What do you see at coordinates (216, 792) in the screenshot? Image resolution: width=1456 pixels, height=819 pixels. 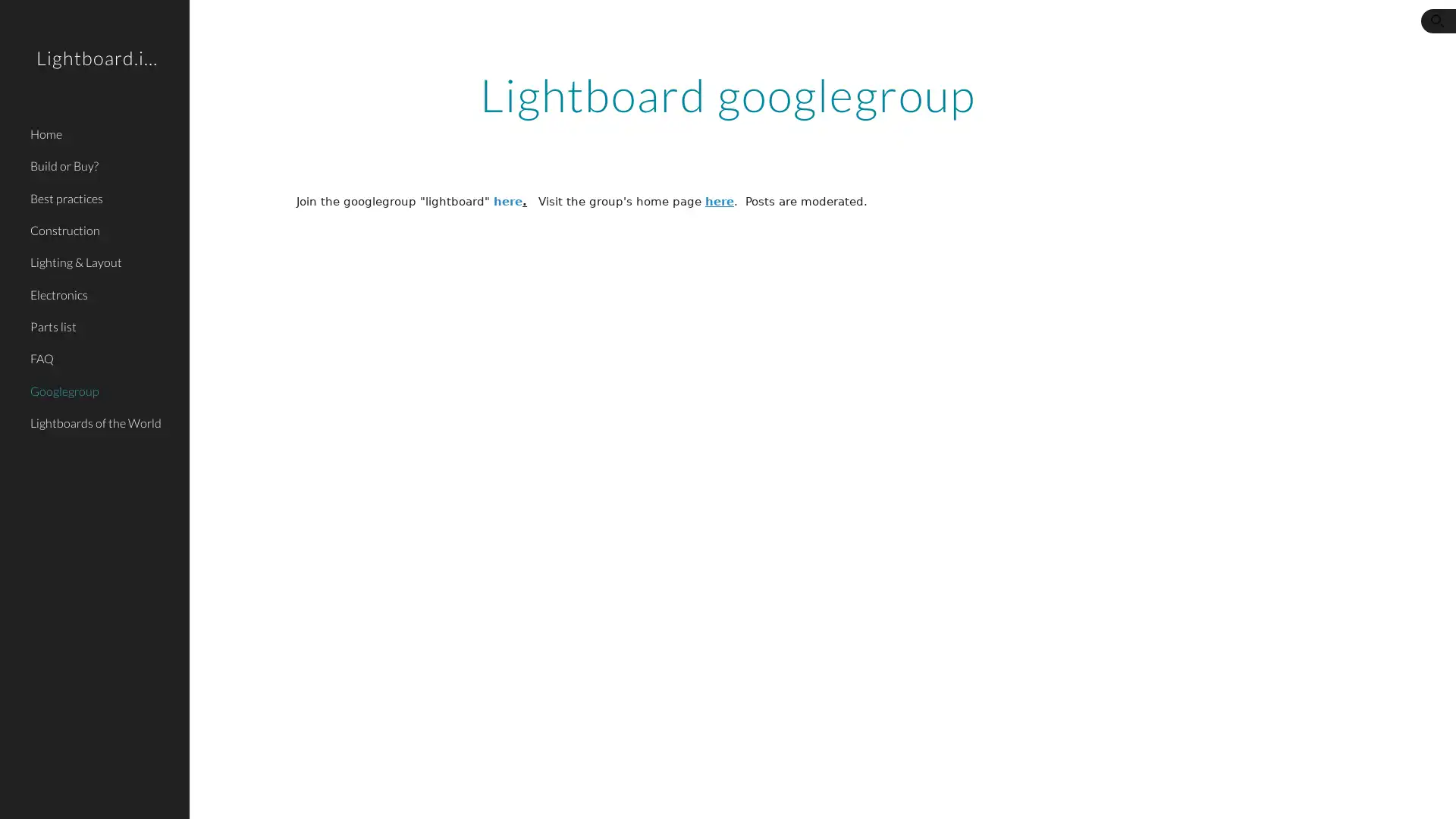 I see `Site actions` at bounding box center [216, 792].